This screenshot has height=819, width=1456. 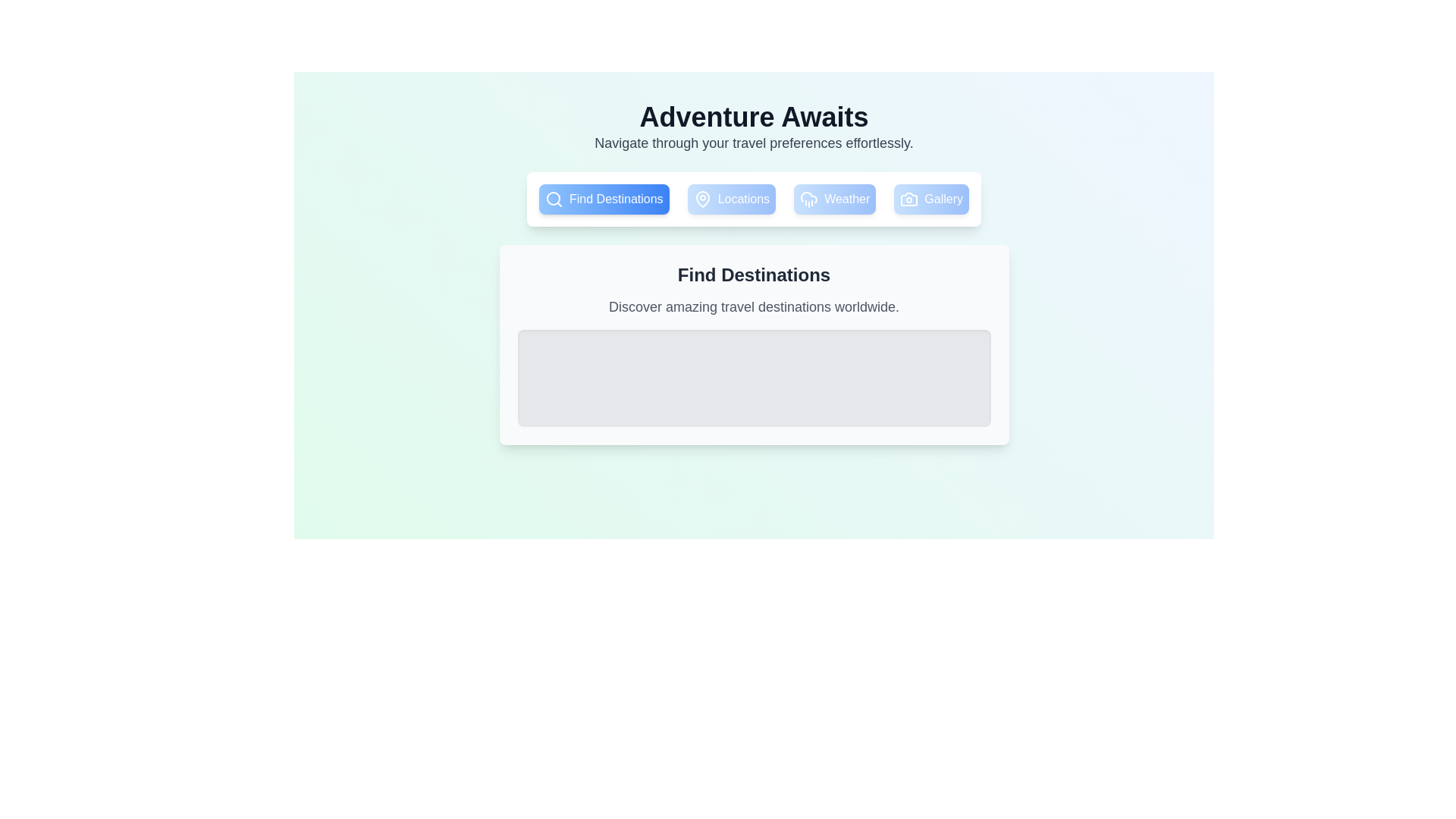 What do you see at coordinates (603, 198) in the screenshot?
I see `the tab labeled Find Destinations` at bounding box center [603, 198].